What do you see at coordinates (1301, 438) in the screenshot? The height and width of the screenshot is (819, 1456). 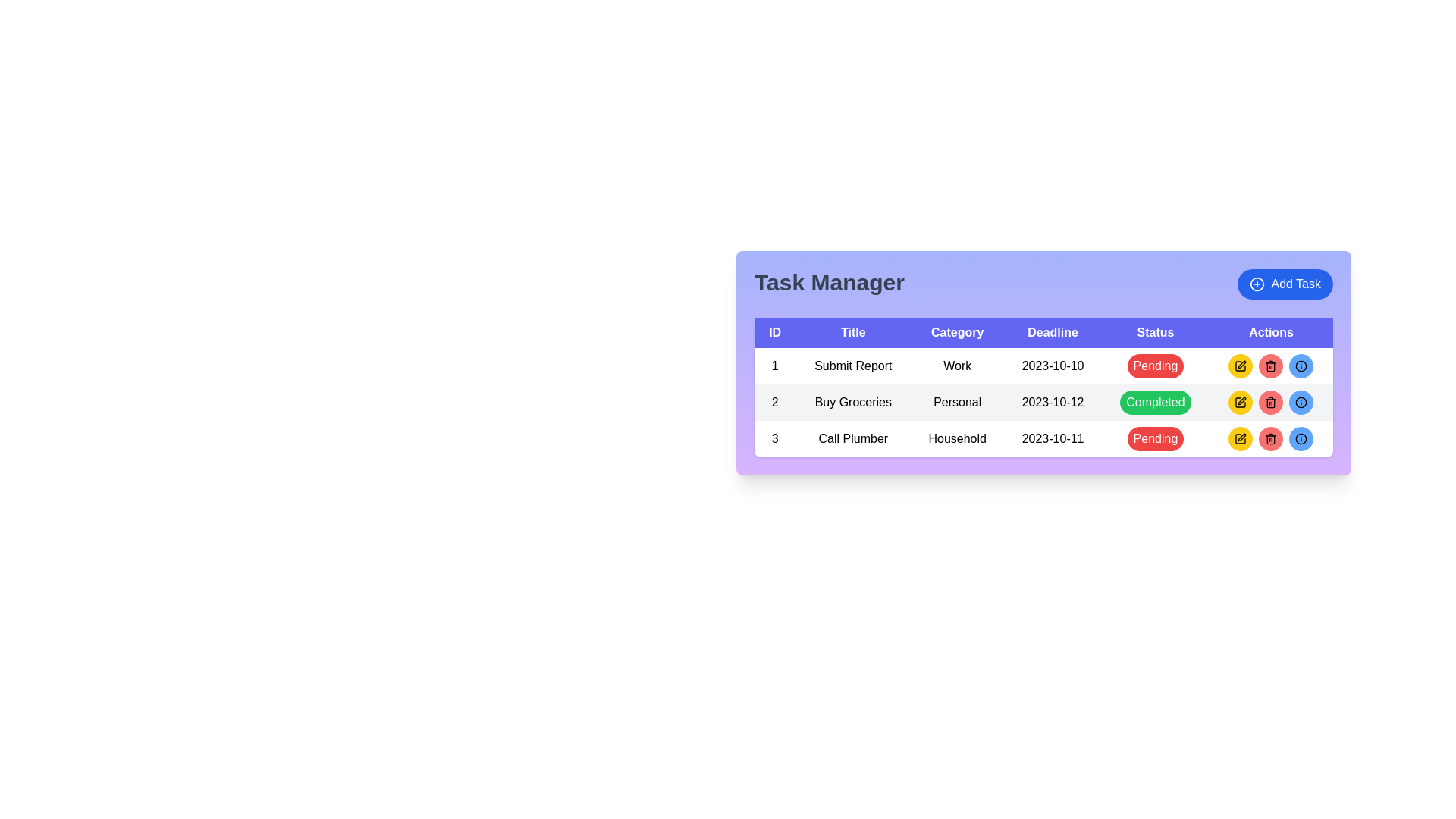 I see `the information icon button located in the 'Actions' column of the third row in the task list` at bounding box center [1301, 438].